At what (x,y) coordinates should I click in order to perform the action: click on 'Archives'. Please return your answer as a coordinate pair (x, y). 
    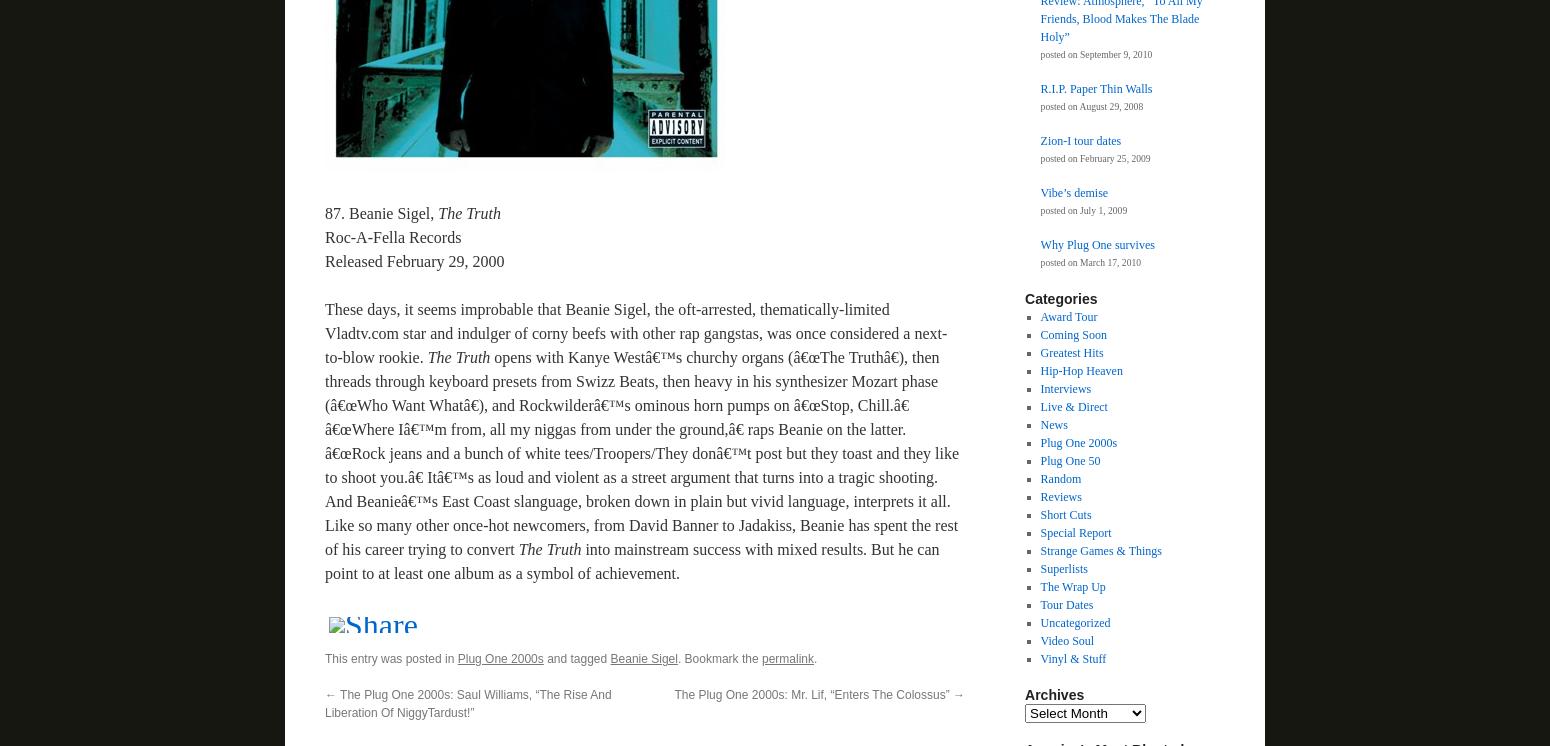
    Looking at the image, I should click on (1054, 694).